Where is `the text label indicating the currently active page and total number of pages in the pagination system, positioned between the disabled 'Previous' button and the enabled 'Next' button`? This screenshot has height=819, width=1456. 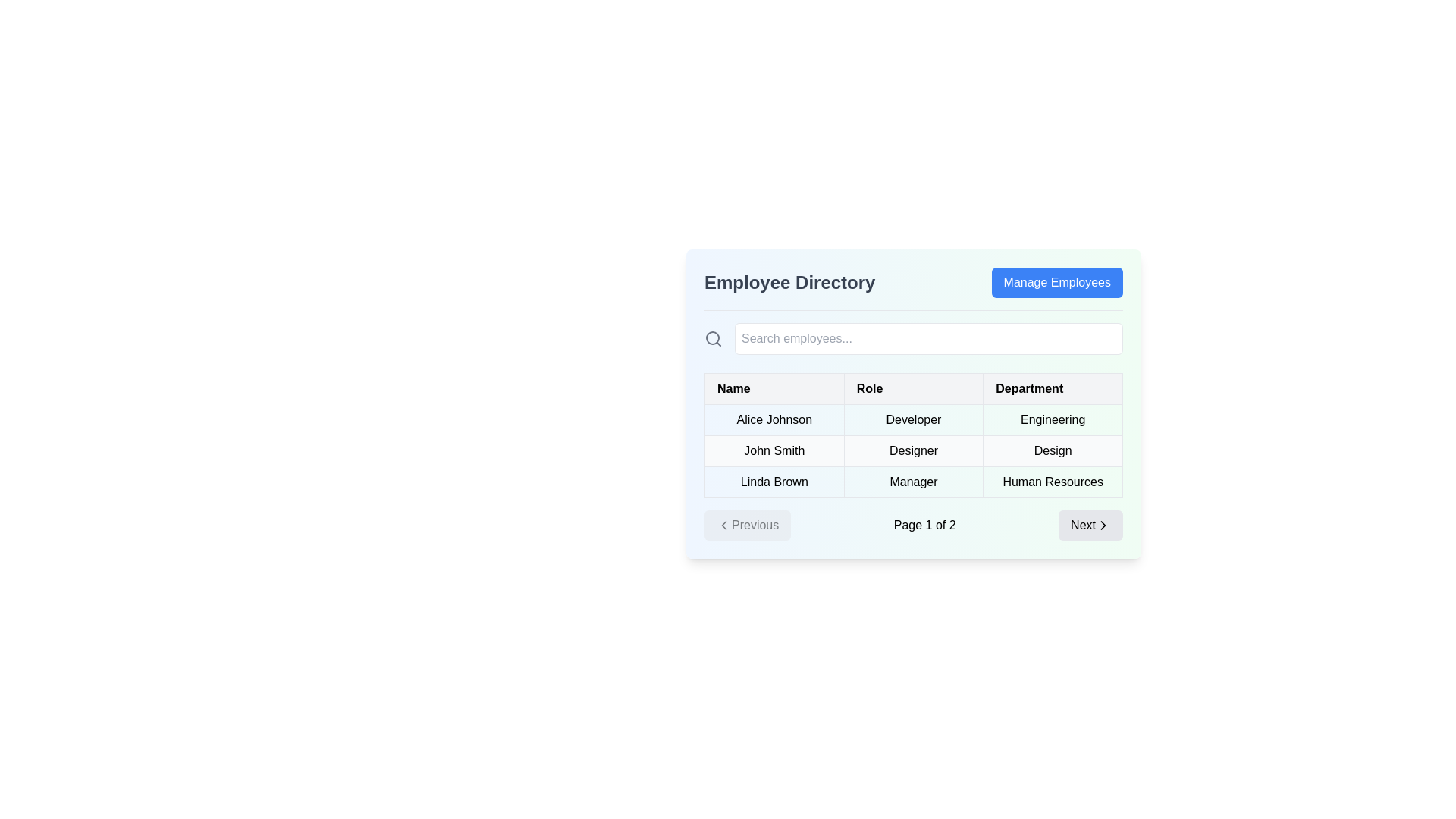 the text label indicating the currently active page and total number of pages in the pagination system, positioned between the disabled 'Previous' button and the enabled 'Next' button is located at coordinates (924, 525).